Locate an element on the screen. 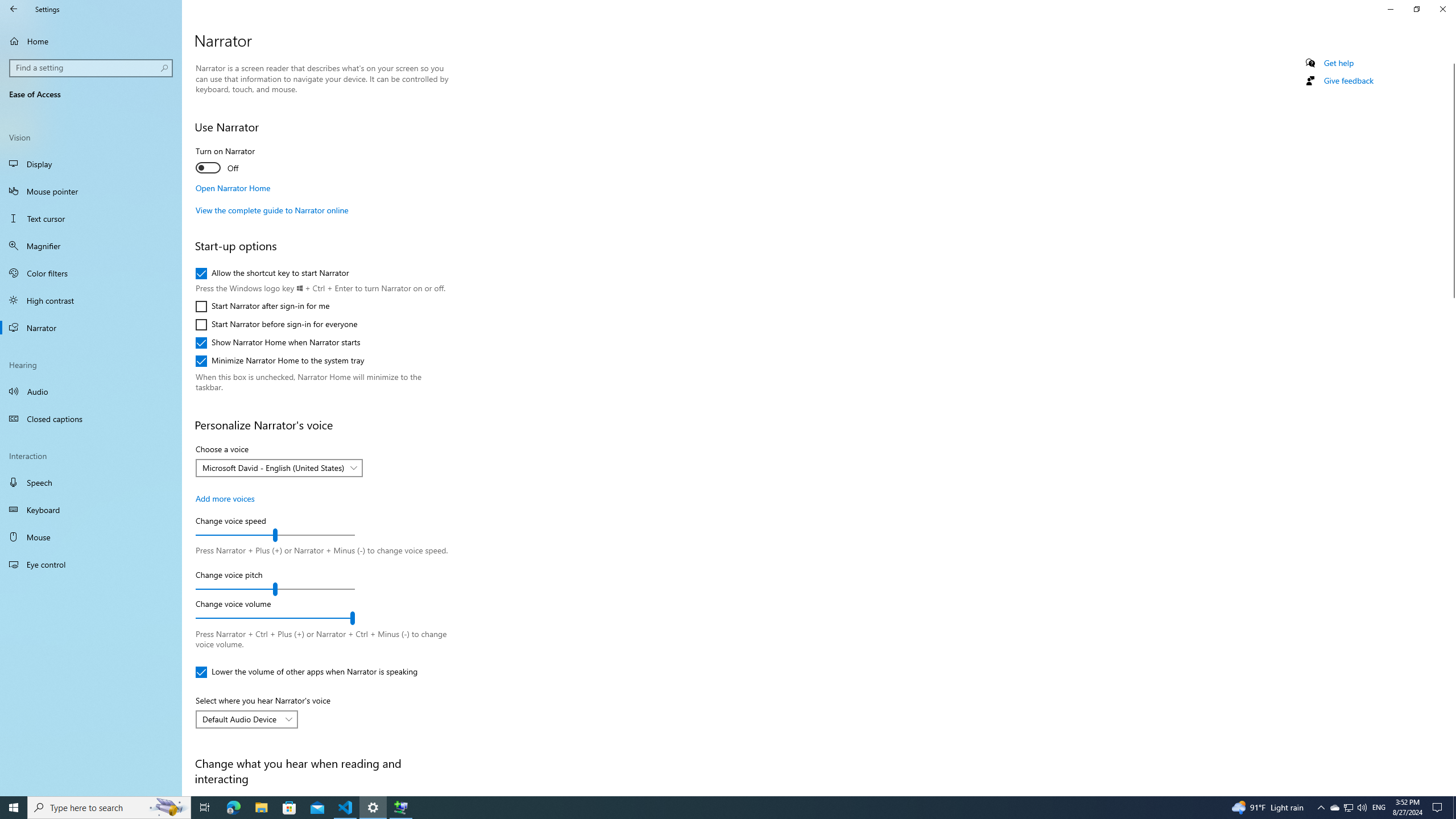 This screenshot has width=1456, height=819. 'Notification Chevron' is located at coordinates (1321, 806).